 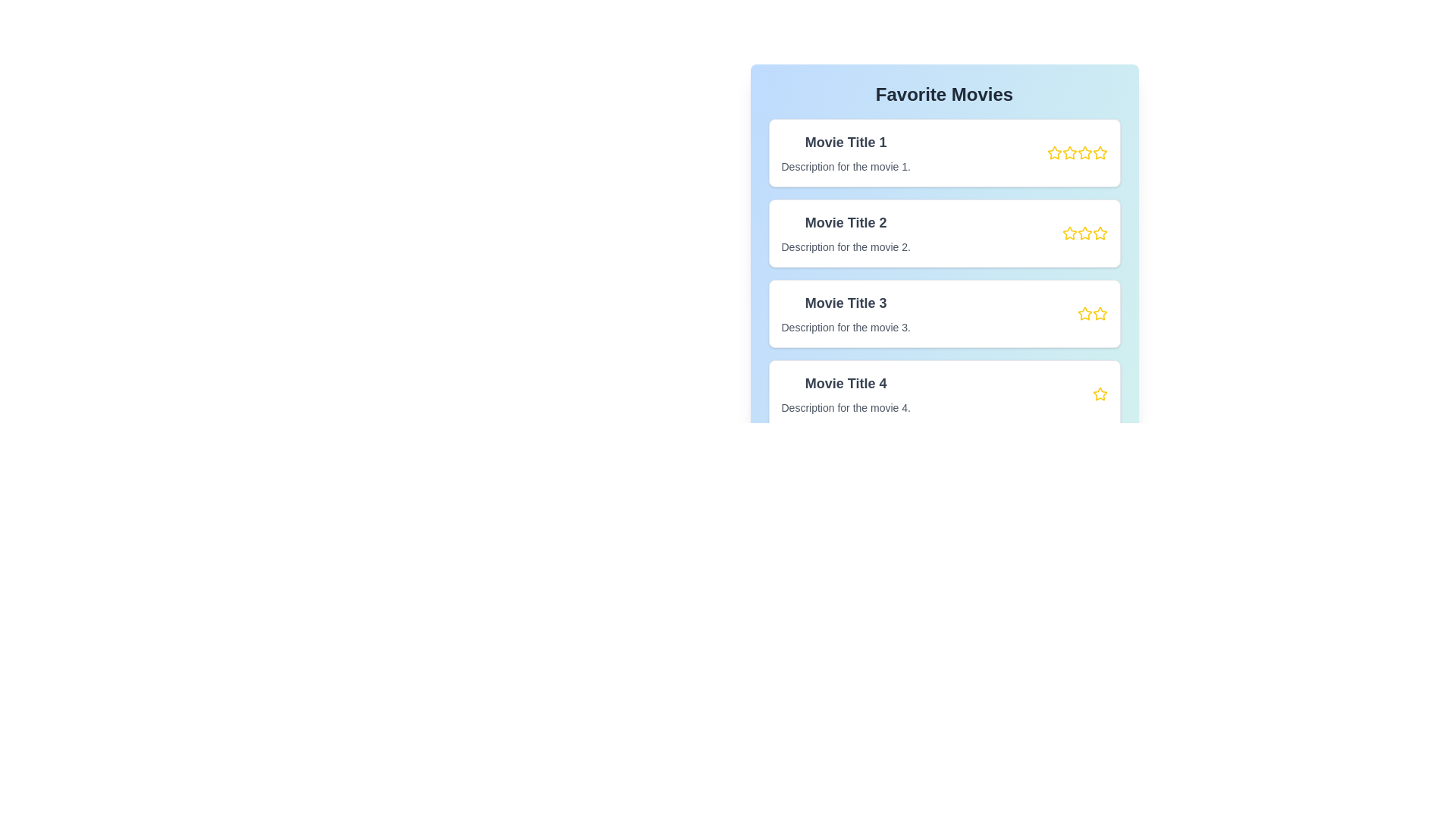 I want to click on the rating for a movie to 1 stars by clicking on the corresponding star, so click(x=1053, y=152).